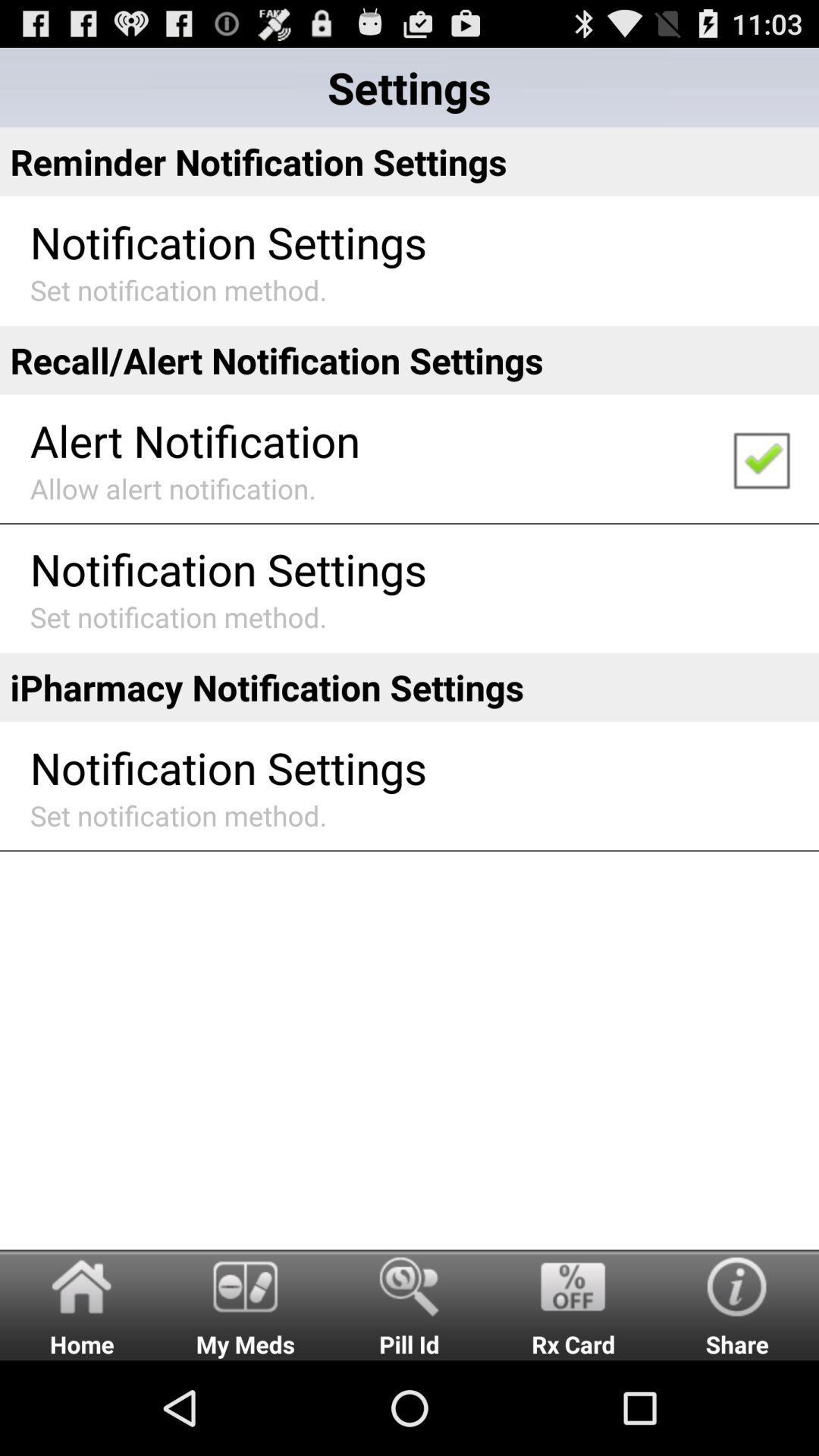 This screenshot has height=1456, width=819. What do you see at coordinates (573, 1304) in the screenshot?
I see `the rx card item` at bounding box center [573, 1304].